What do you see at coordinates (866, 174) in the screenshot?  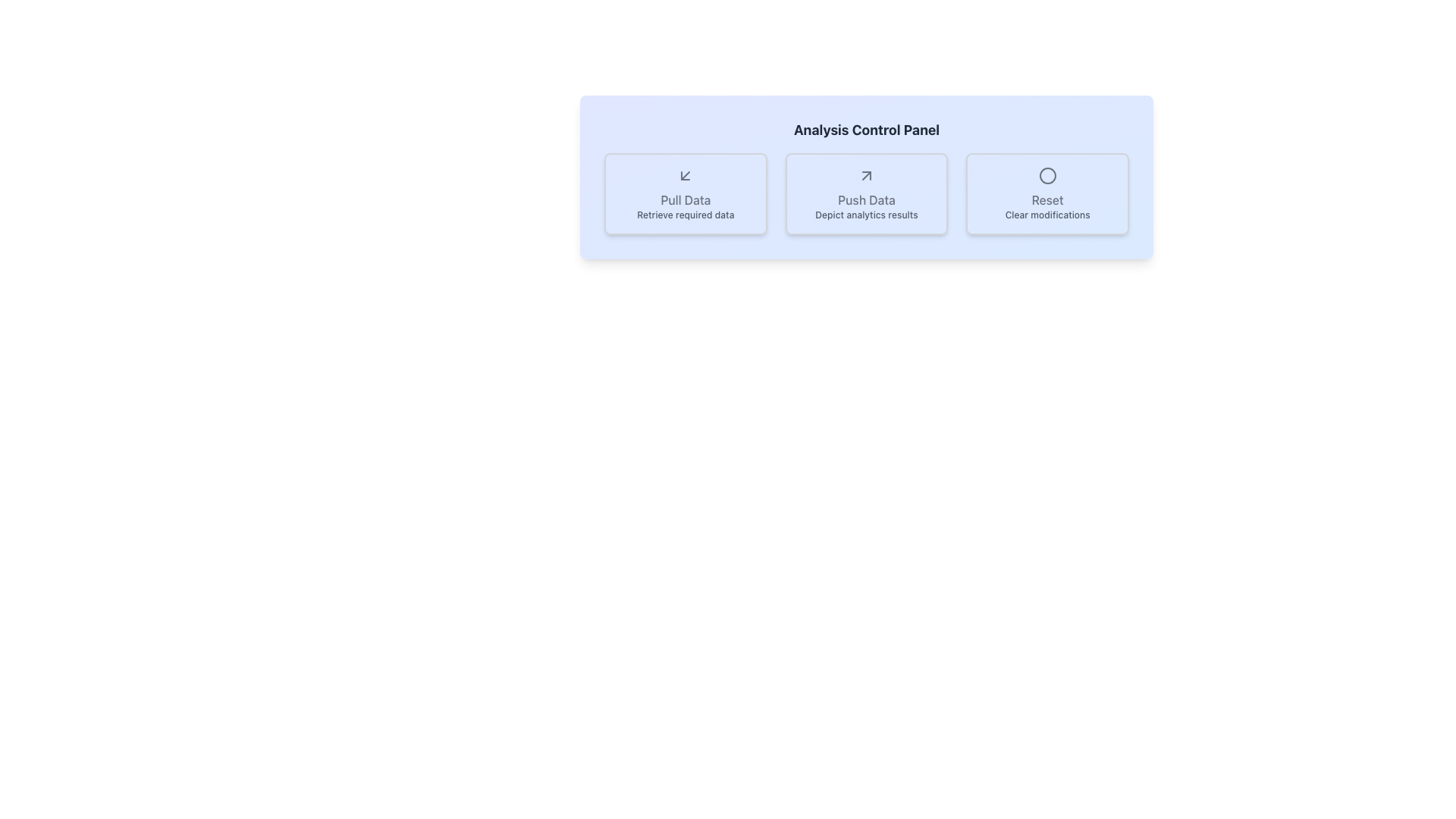 I see `the upward-right diagonal arrow icon located at the top-center of the 'Push Data' card that depicts analytics results` at bounding box center [866, 174].